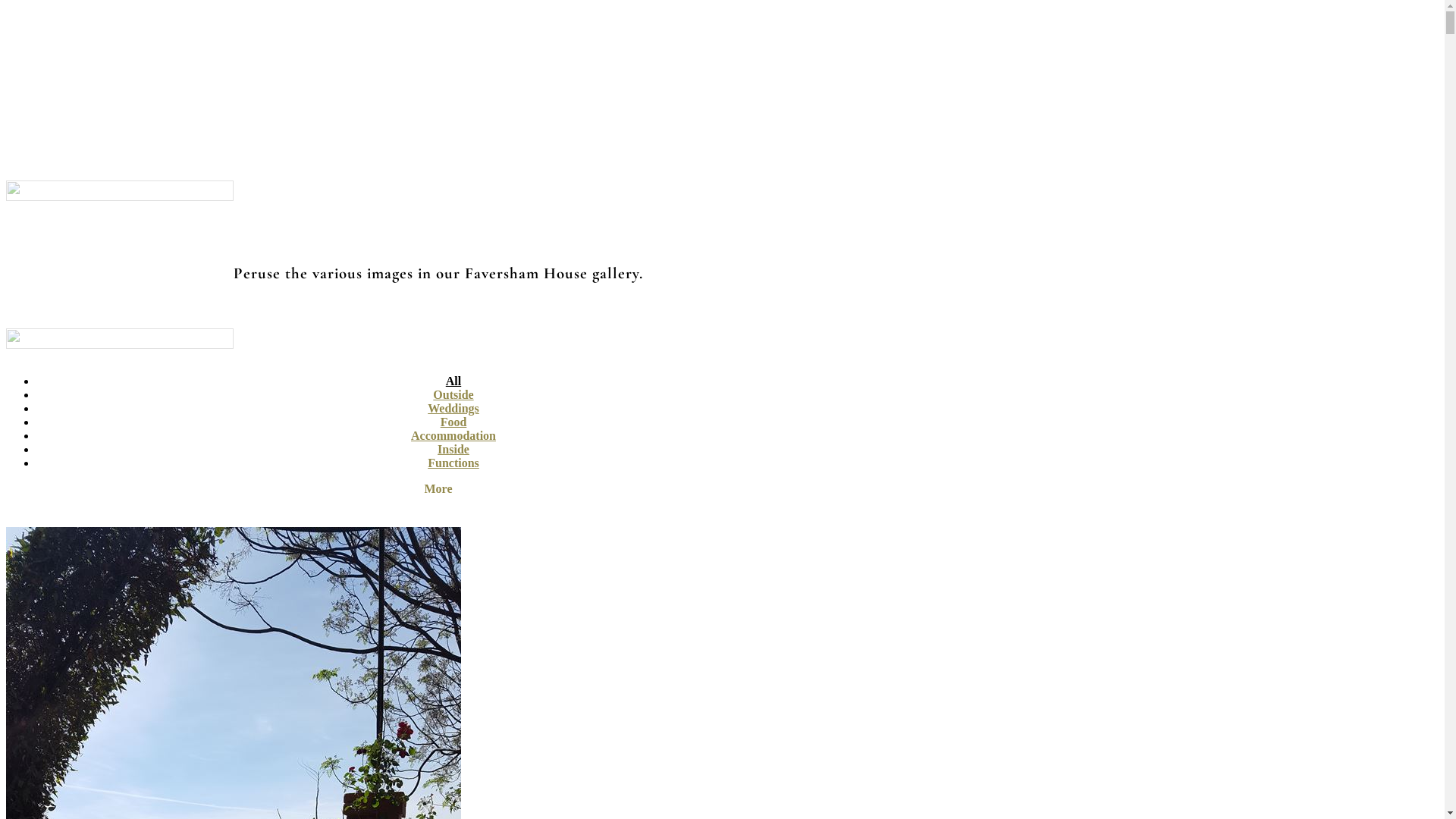 This screenshot has height=819, width=1456. I want to click on 'Weddings', so click(453, 407).